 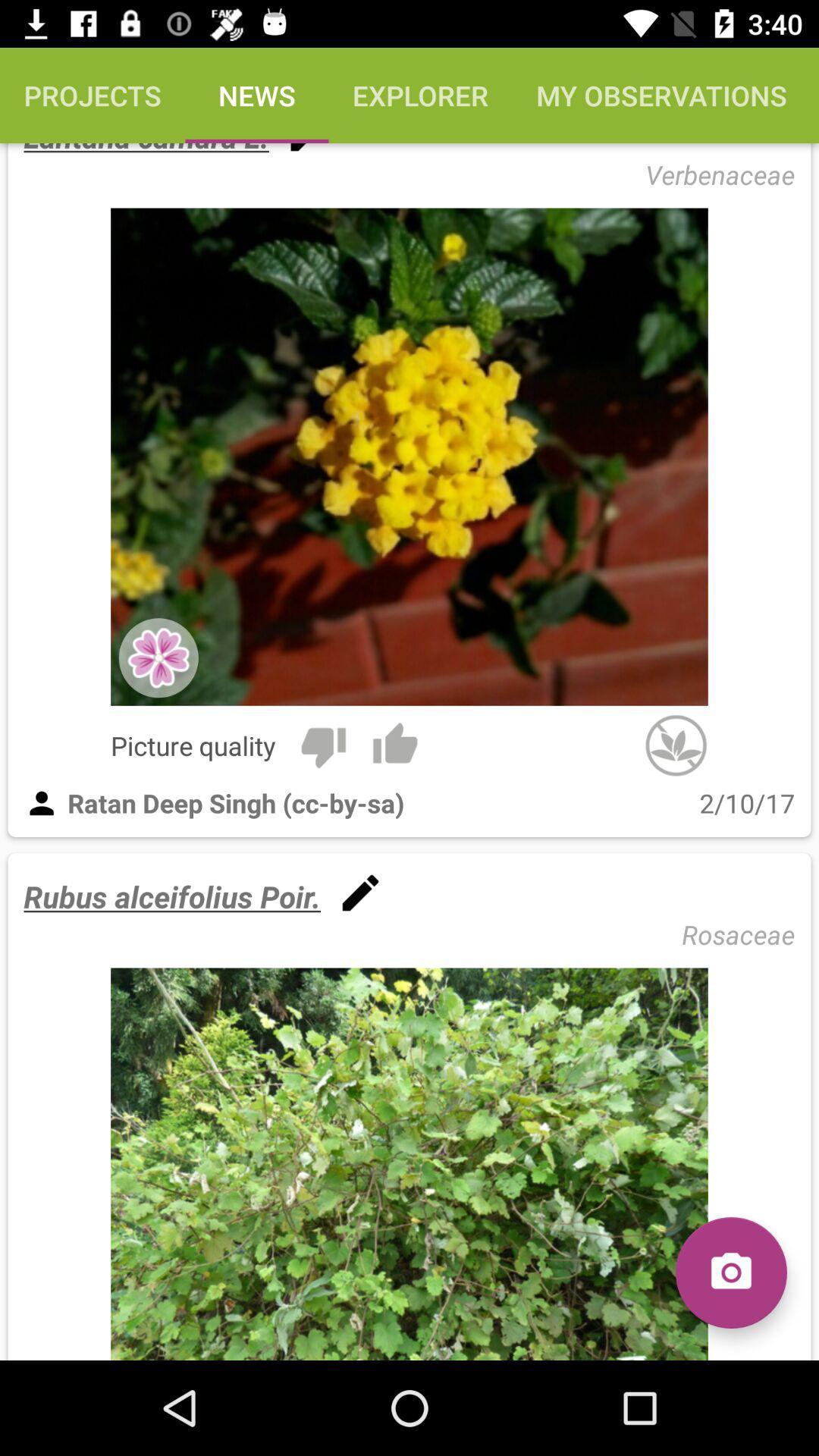 I want to click on the item above 2/10/17, so click(x=675, y=745).